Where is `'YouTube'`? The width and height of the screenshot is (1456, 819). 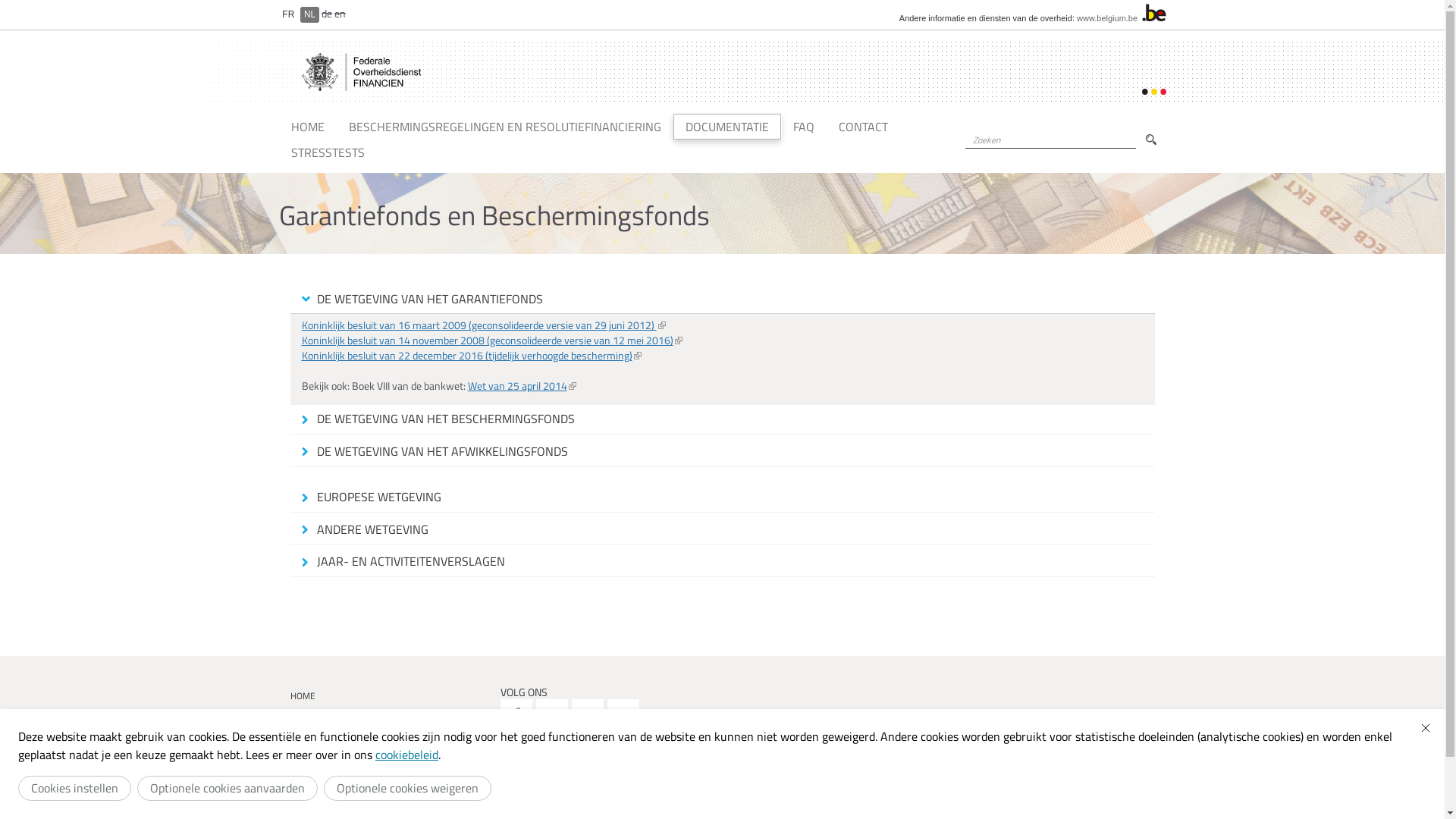 'YouTube' is located at coordinates (586, 714).